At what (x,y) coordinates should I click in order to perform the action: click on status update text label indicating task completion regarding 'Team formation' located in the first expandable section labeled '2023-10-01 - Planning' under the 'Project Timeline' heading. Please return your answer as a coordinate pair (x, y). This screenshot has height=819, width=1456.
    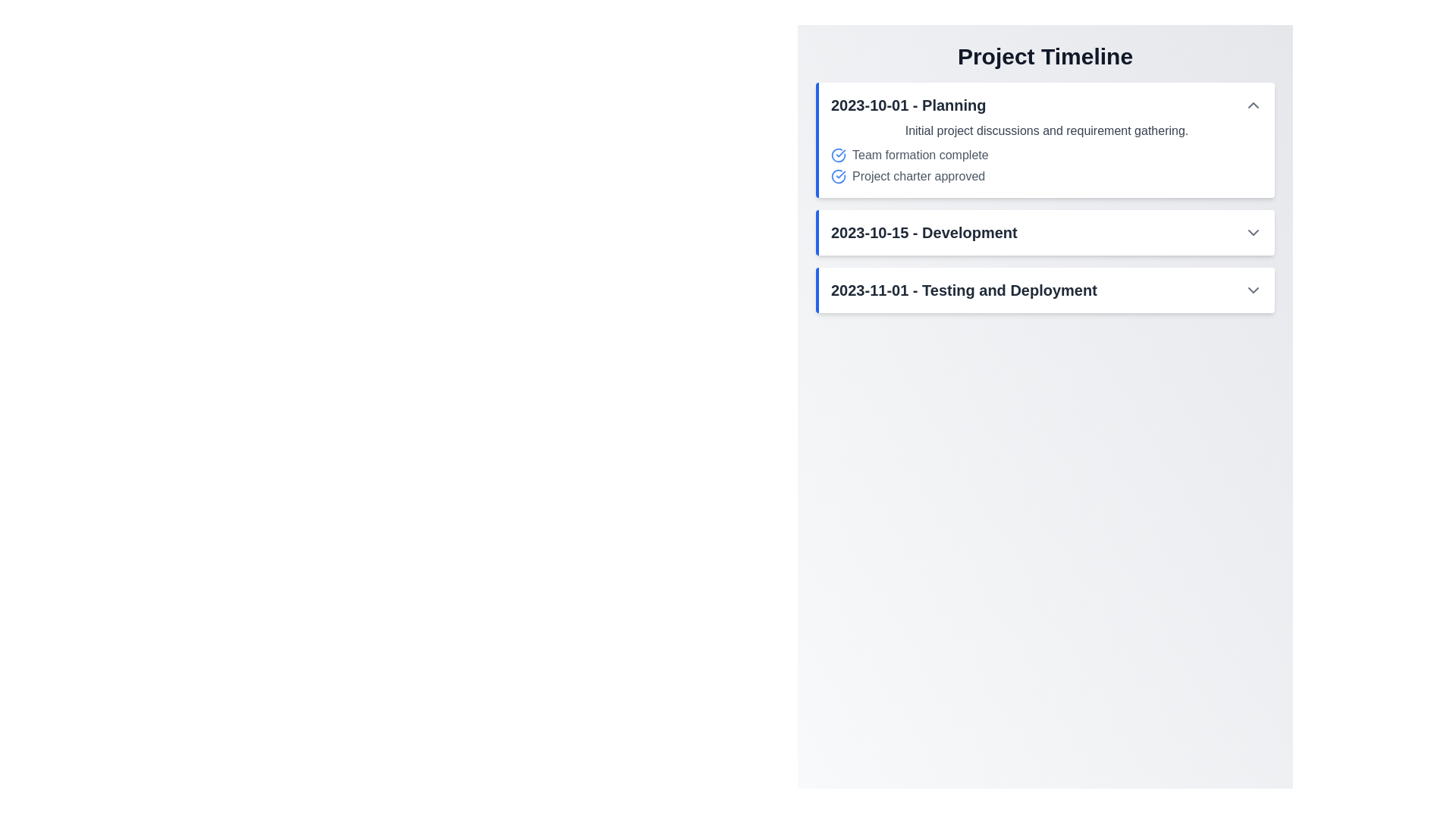
    Looking at the image, I should click on (919, 155).